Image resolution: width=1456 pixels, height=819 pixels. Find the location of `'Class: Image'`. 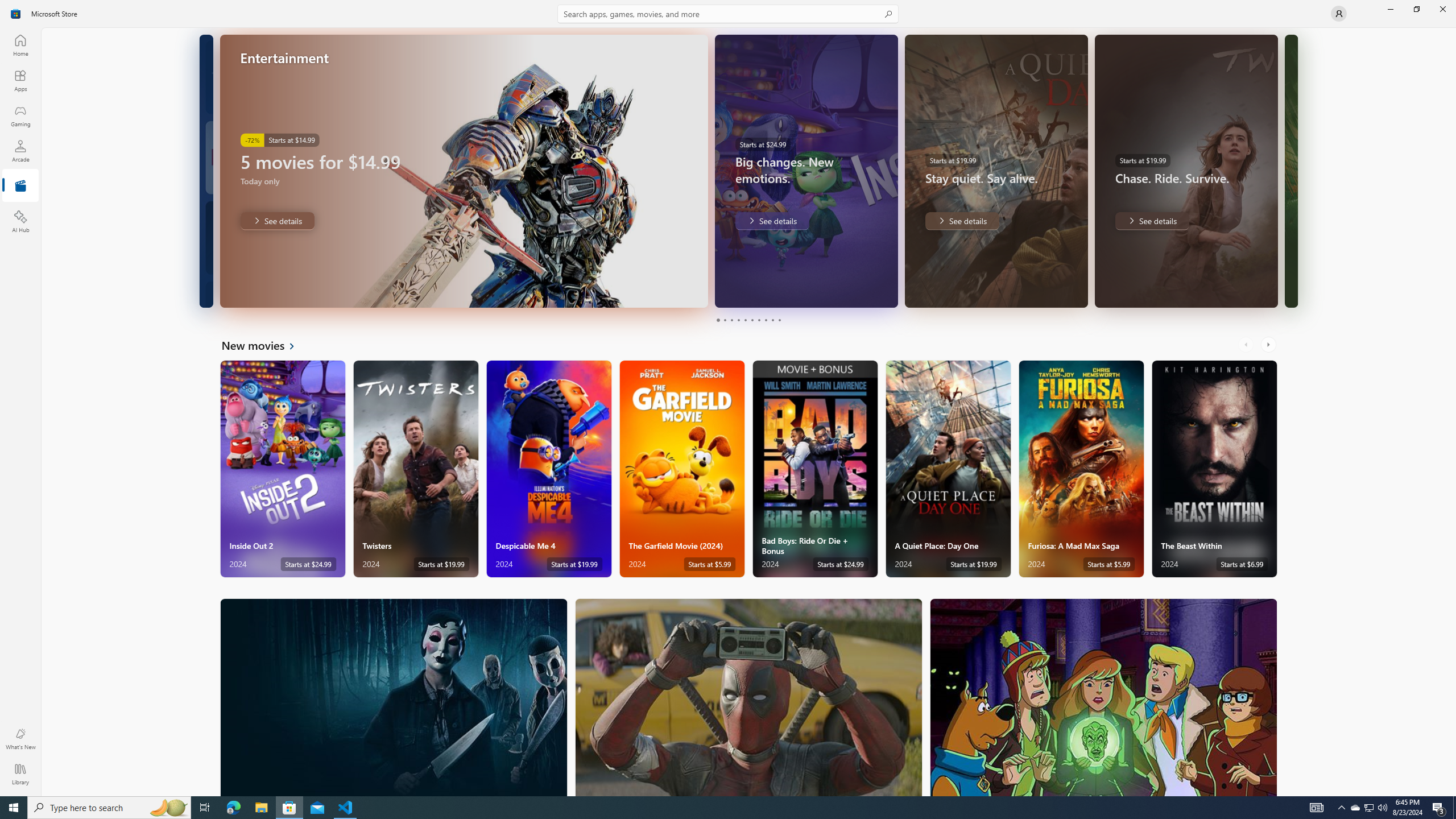

'Class: Image' is located at coordinates (16, 13).